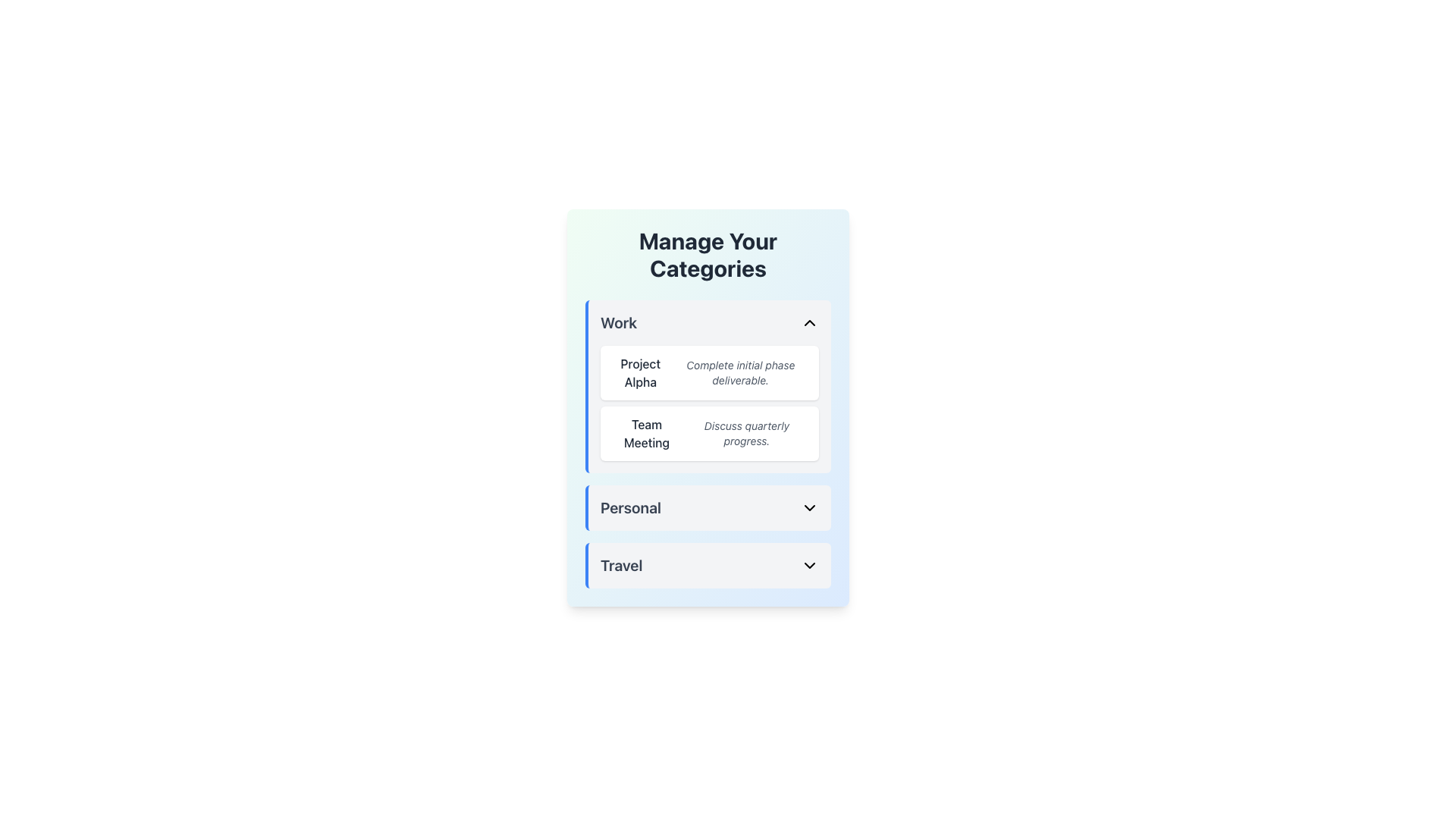 The image size is (1456, 819). Describe the element at coordinates (708, 565) in the screenshot. I see `the collapsible dropdown menu item labeled 'Travel'` at that location.